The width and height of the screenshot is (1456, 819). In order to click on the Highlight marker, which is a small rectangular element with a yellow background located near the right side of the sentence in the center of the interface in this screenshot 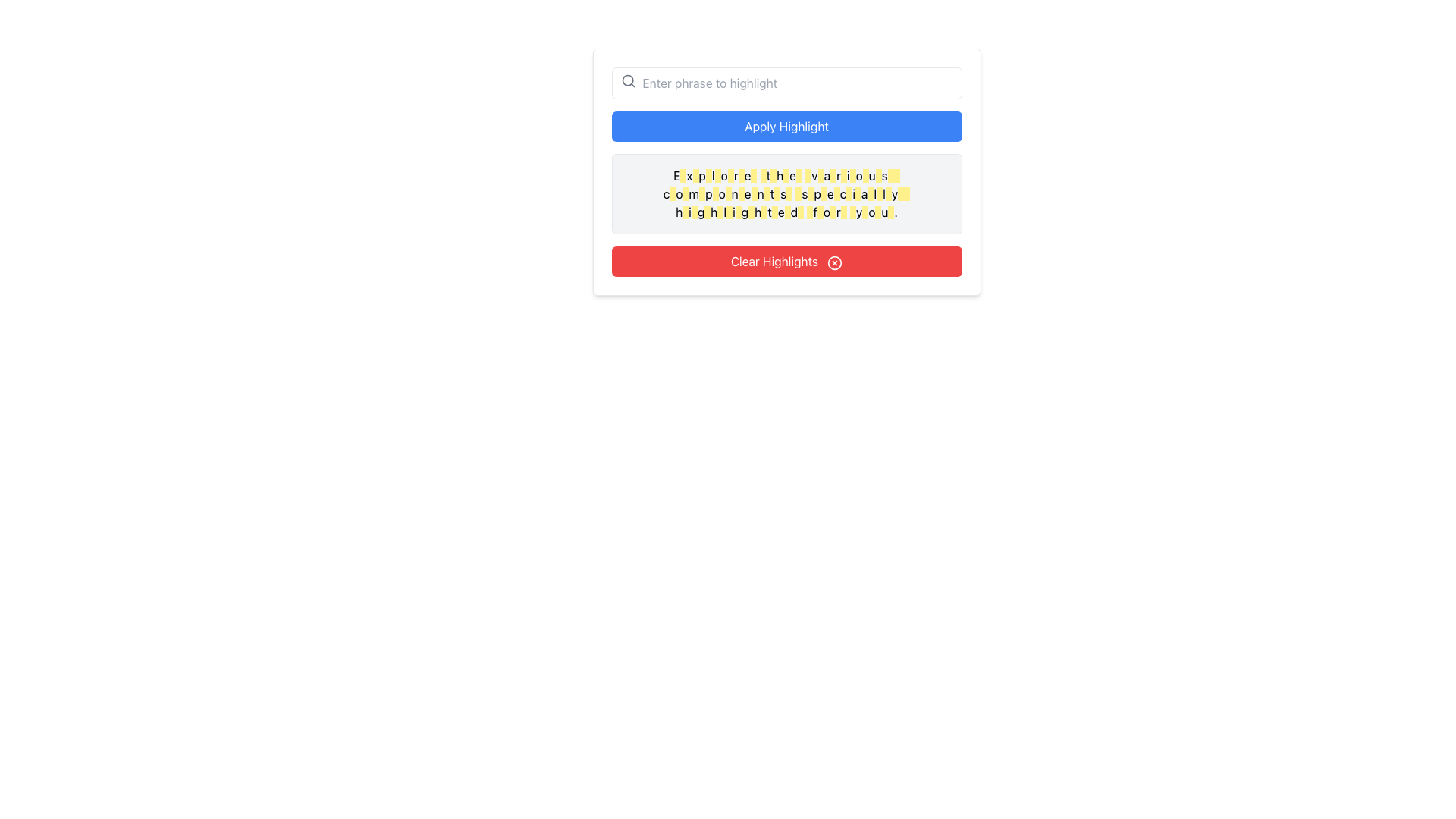, I will do `click(871, 193)`.